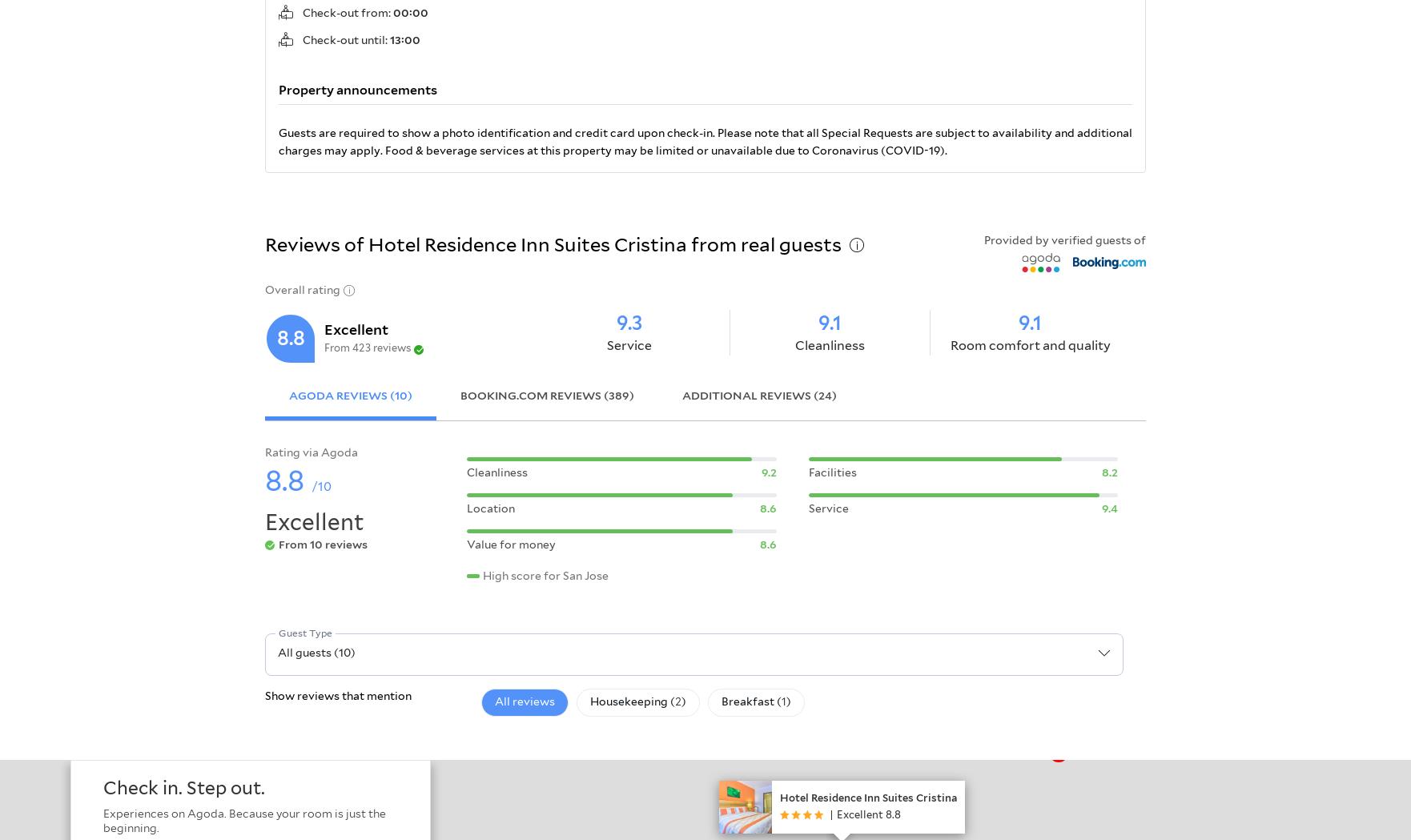 This screenshot has width=1411, height=840. Describe the element at coordinates (761, 471) in the screenshot. I see `'9.2'` at that location.